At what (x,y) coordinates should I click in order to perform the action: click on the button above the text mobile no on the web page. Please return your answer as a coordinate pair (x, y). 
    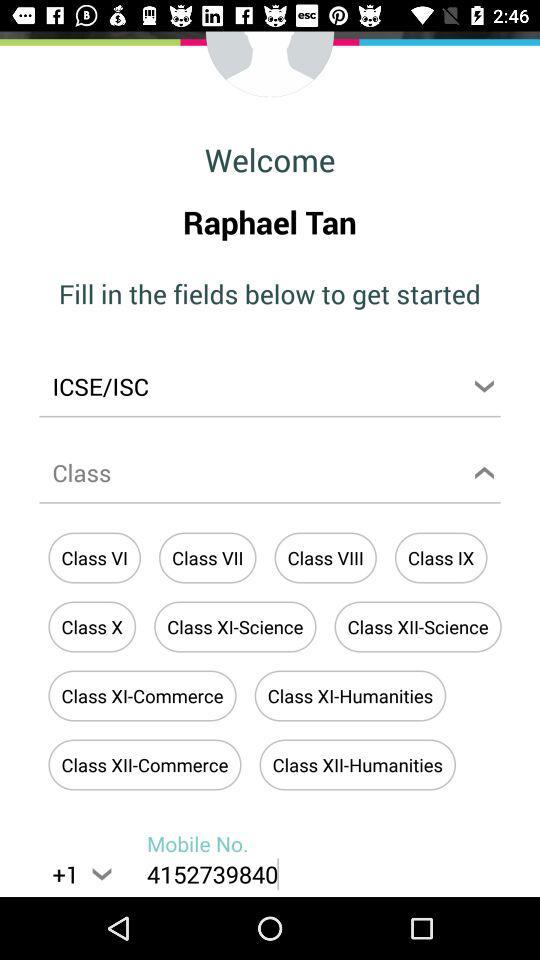
    Looking at the image, I should click on (143, 764).